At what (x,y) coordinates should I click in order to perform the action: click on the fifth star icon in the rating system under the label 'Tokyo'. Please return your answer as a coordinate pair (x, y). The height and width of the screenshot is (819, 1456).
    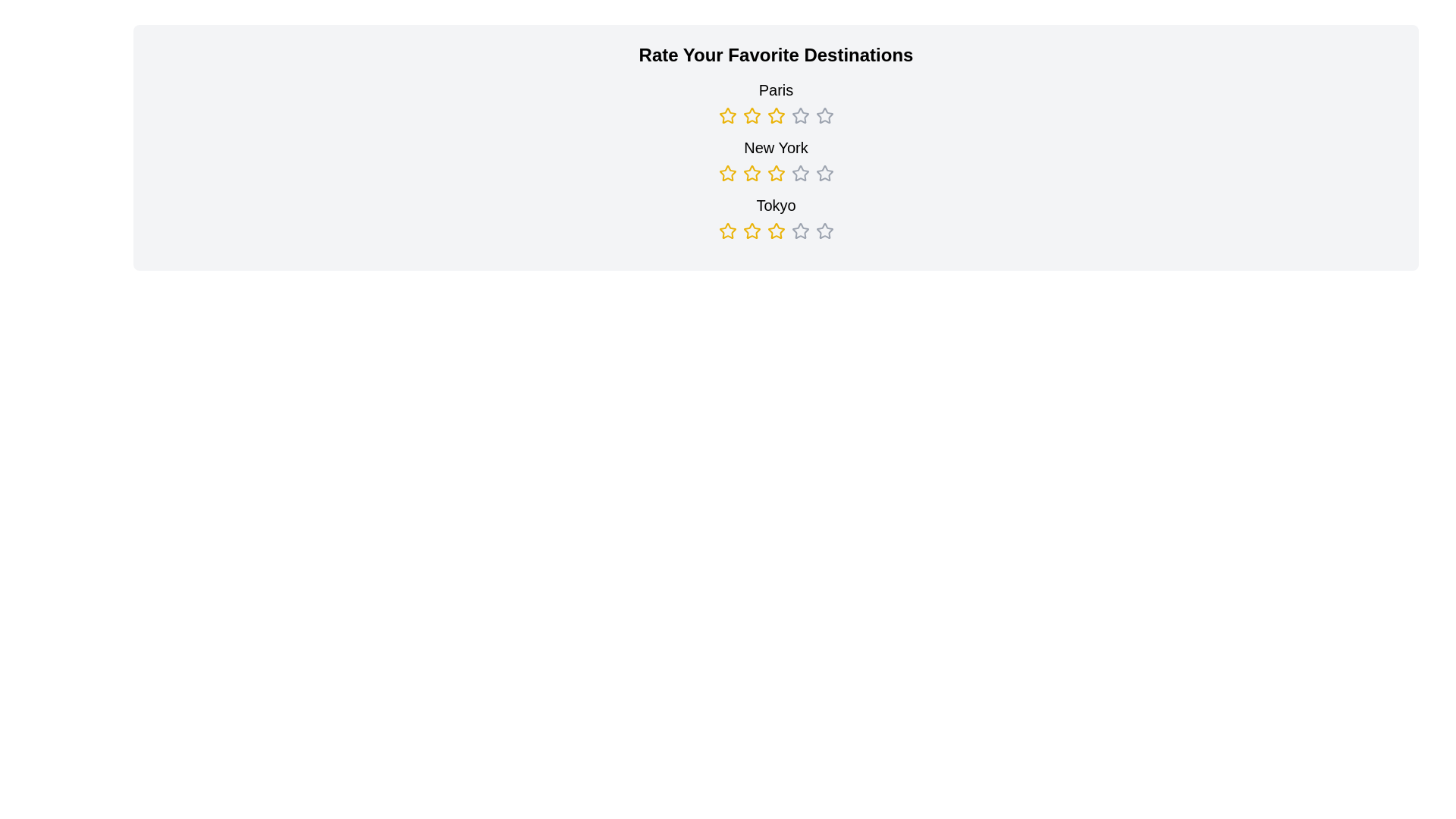
    Looking at the image, I should click on (824, 231).